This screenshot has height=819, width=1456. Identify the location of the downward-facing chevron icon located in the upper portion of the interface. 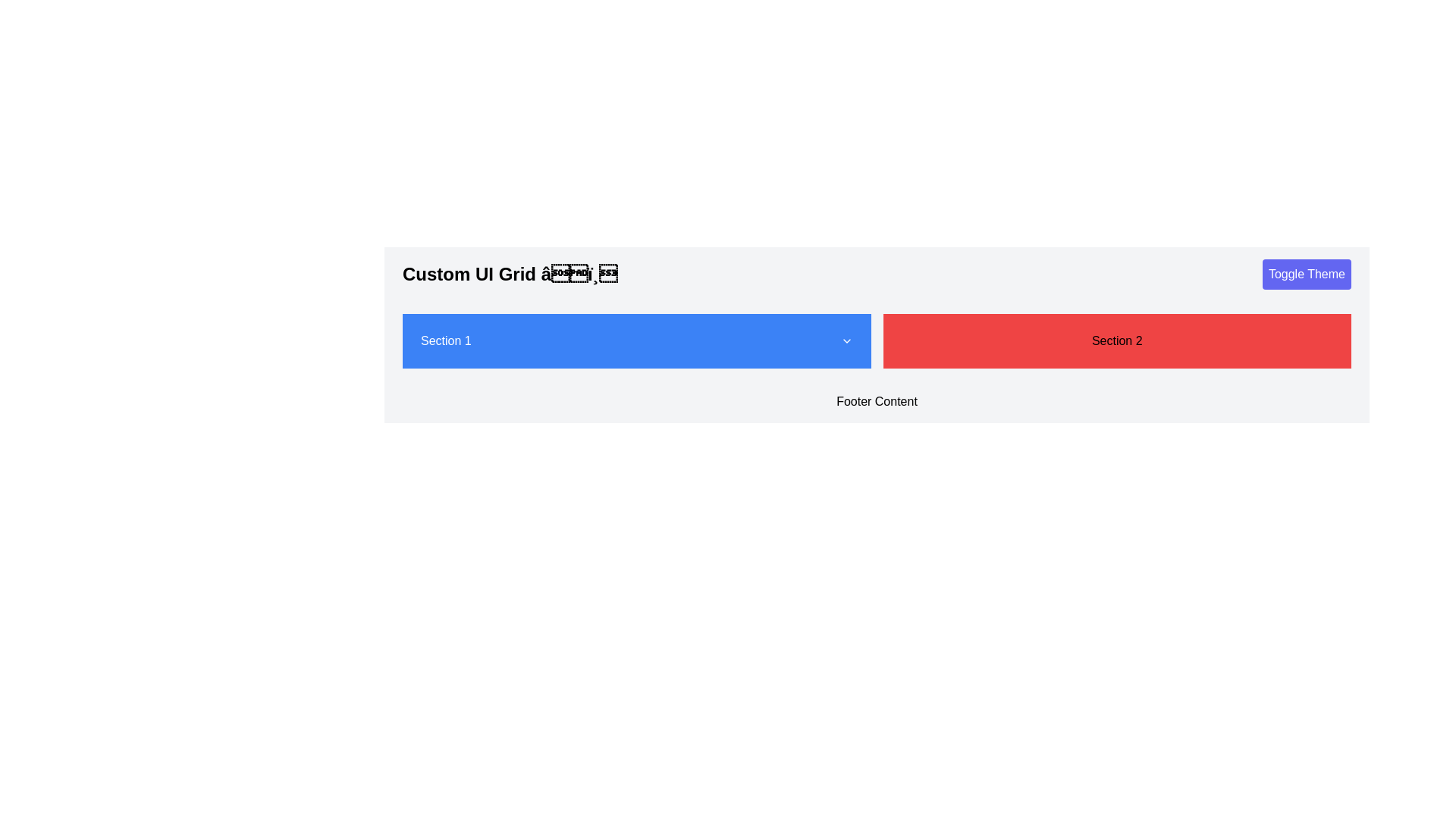
(846, 341).